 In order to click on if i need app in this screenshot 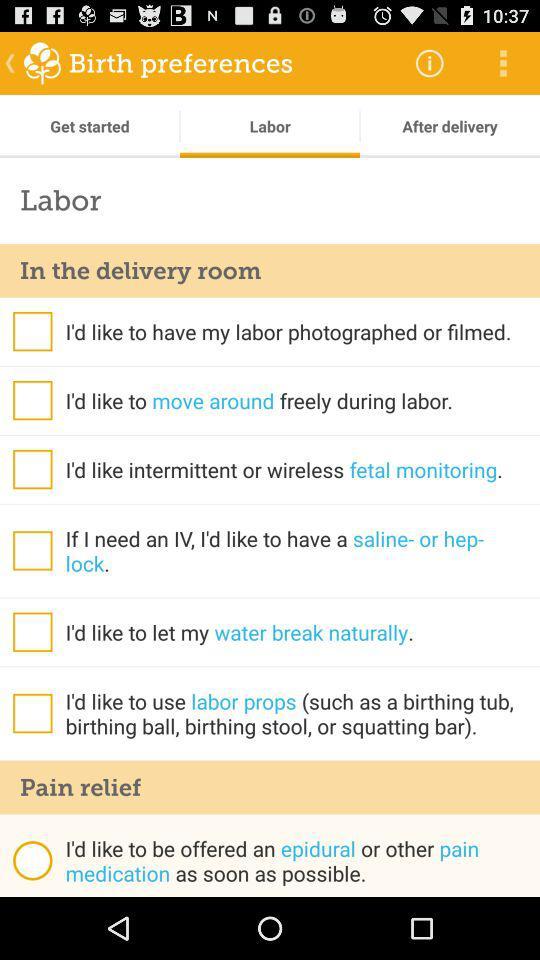, I will do `click(301, 550)`.